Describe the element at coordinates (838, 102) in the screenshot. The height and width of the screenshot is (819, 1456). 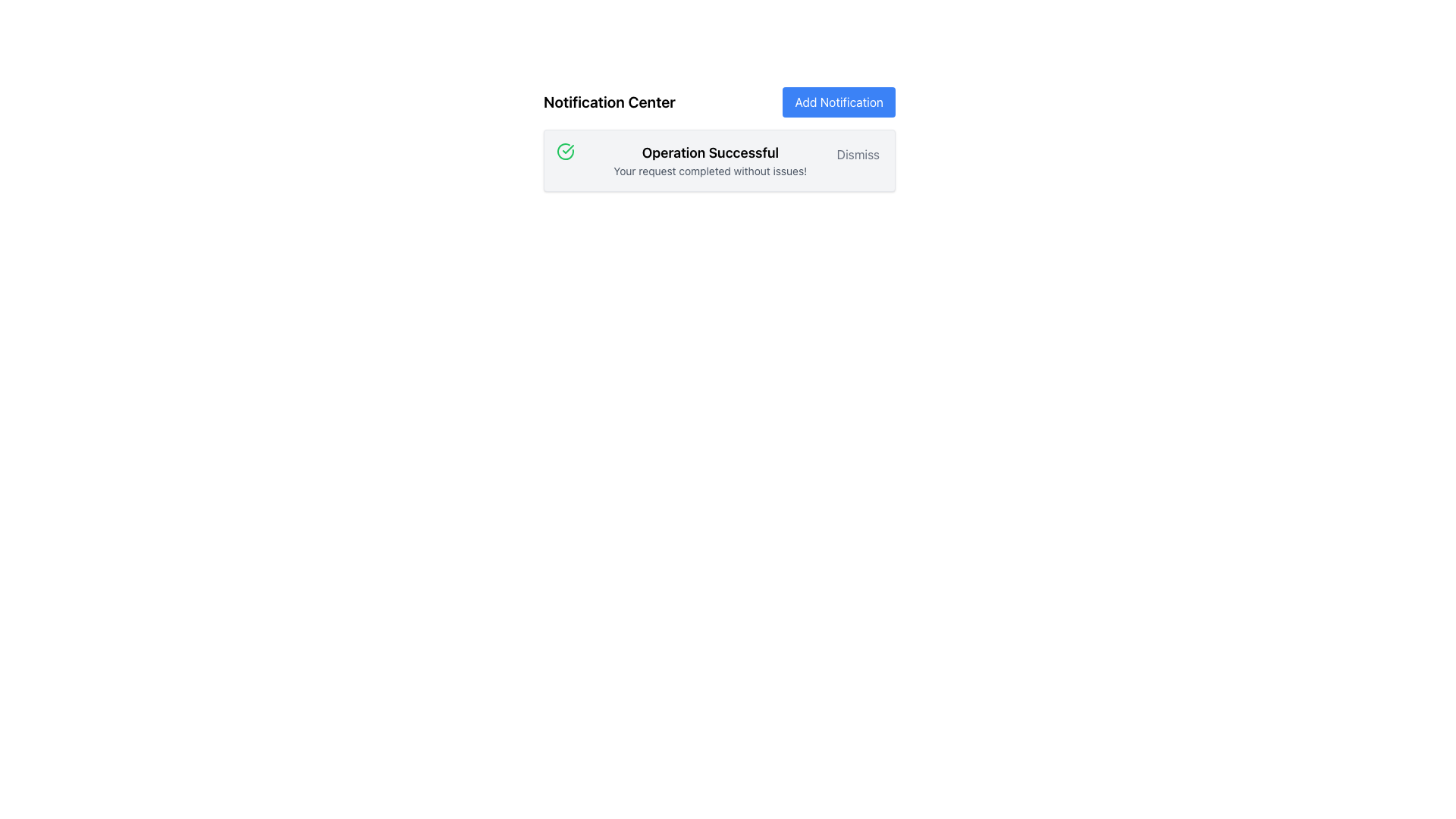
I see `the 'Add Notification' button with a blue background and white text located at the top-right corner of the Notification Center section` at that location.